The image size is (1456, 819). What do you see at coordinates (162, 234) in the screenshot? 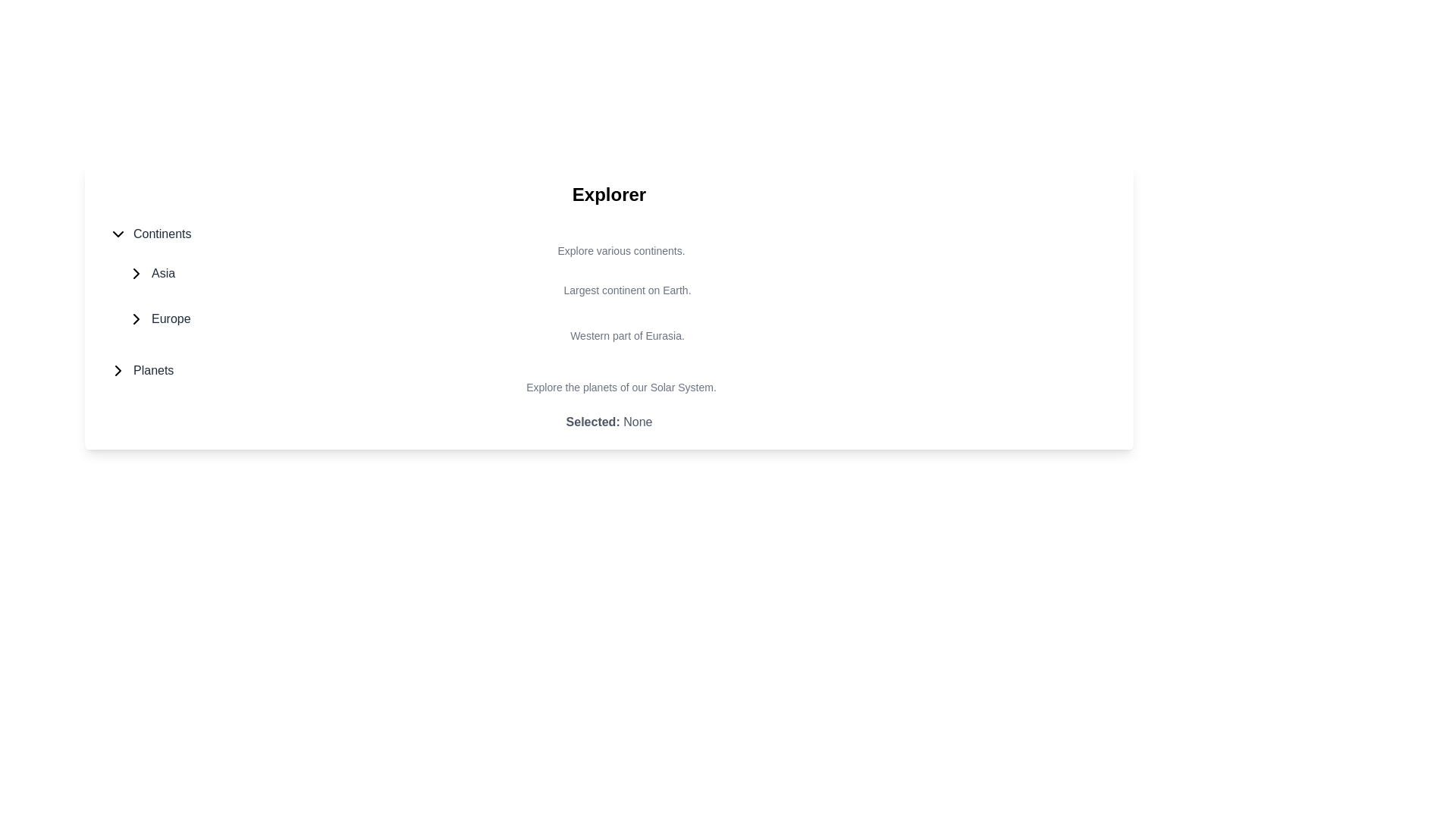
I see `the 'Continents' label in the dropdown menu` at bounding box center [162, 234].